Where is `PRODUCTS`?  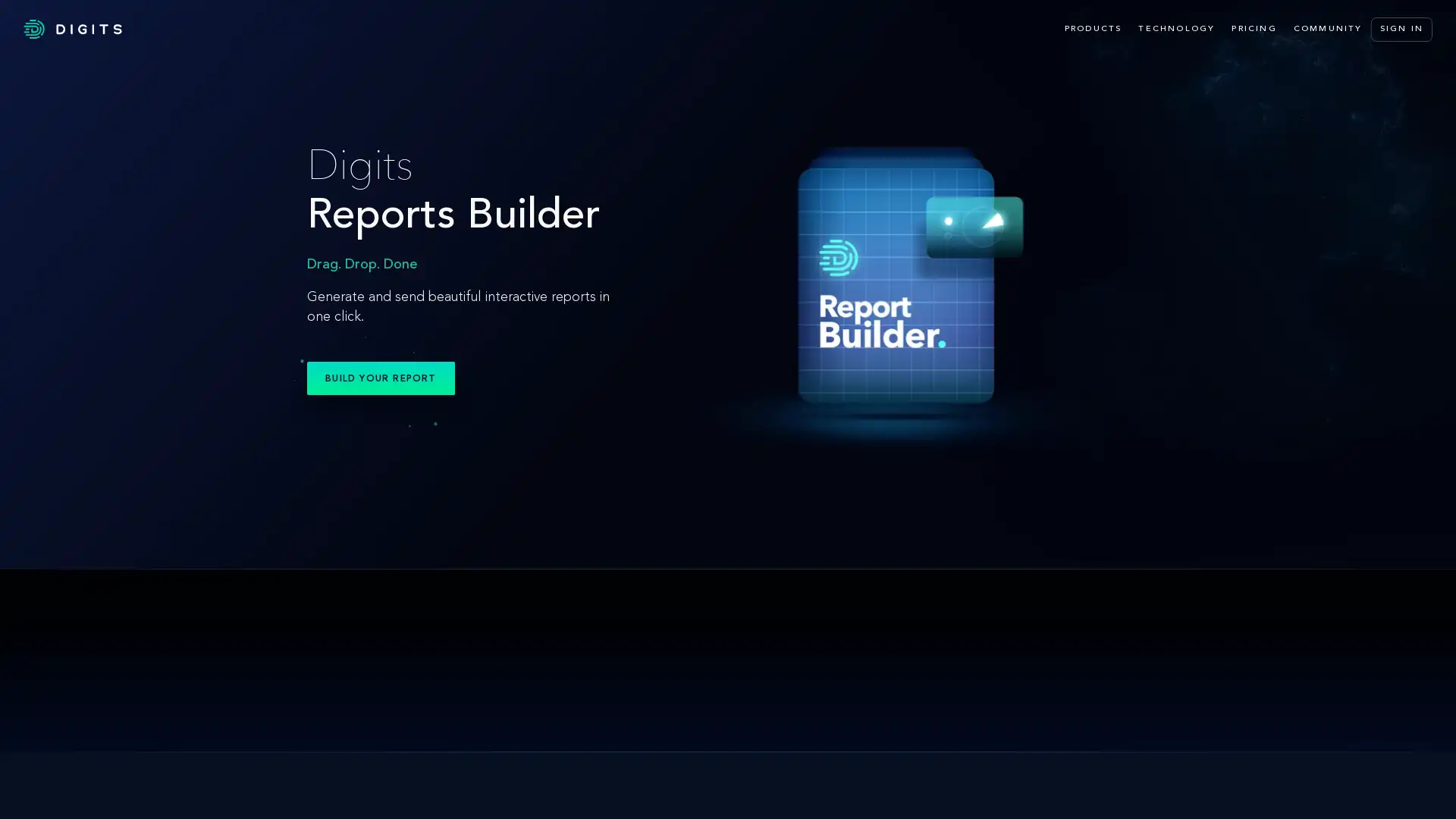 PRODUCTS is located at coordinates (1092, 29).